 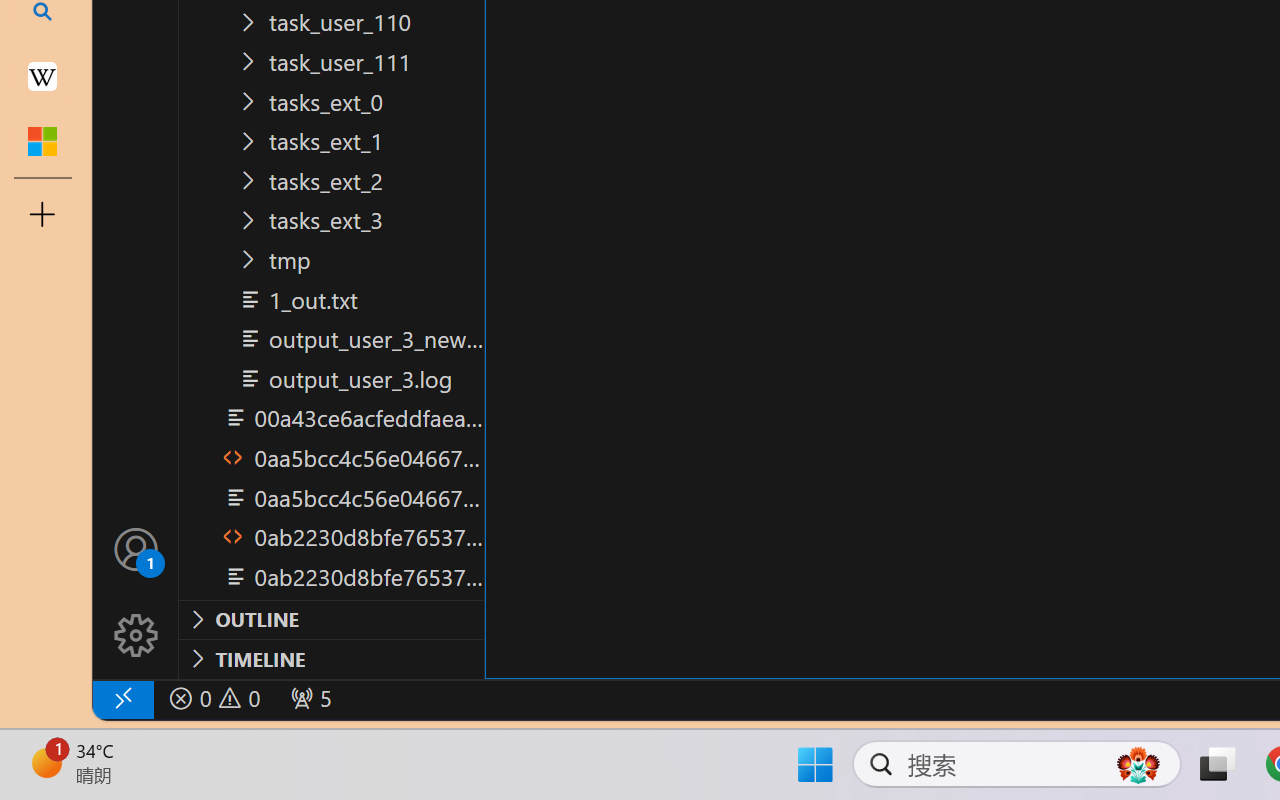 I want to click on 'Timeline Section', so click(x=331, y=657).